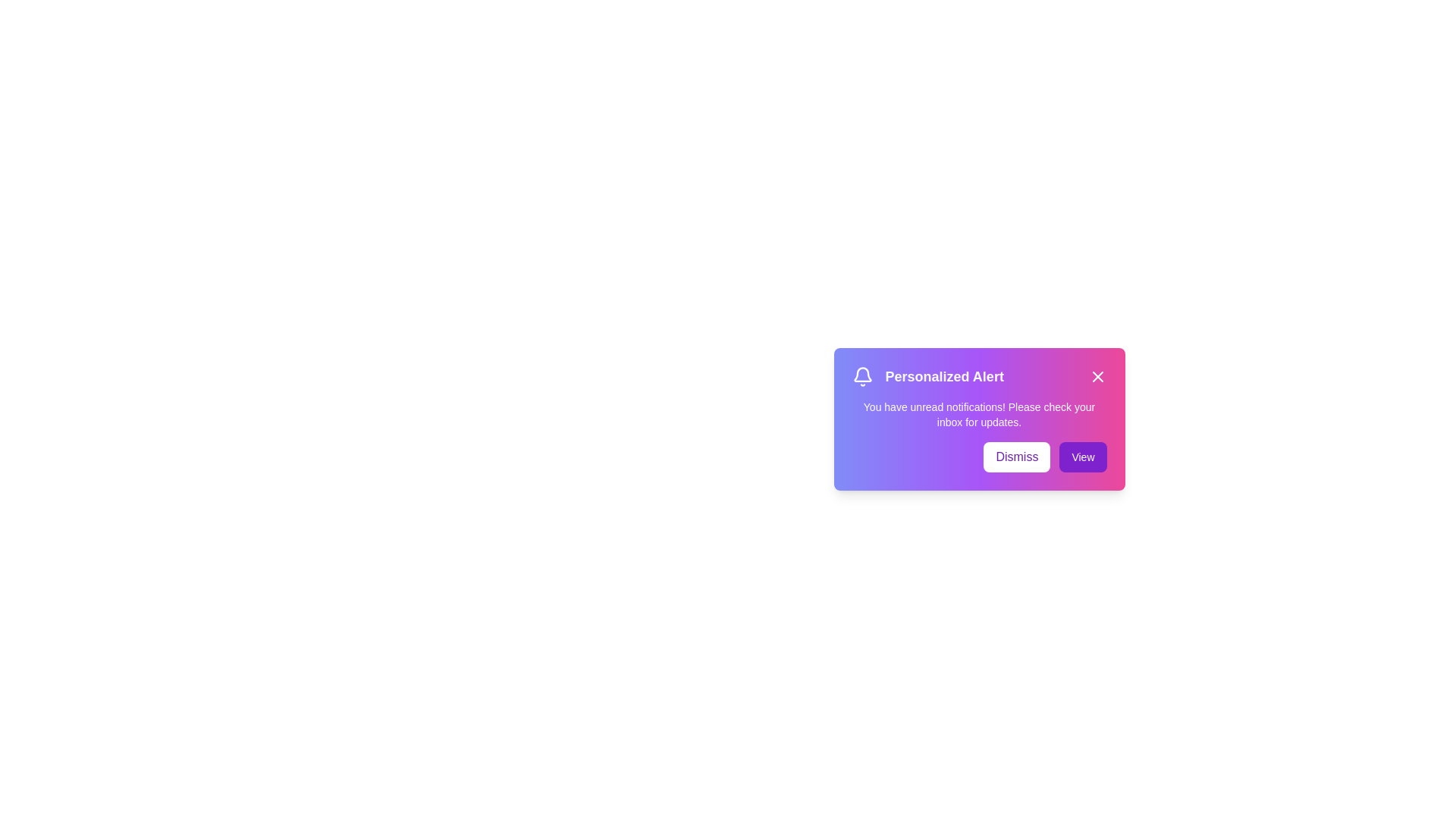 This screenshot has width=1456, height=819. I want to click on the close button to close the notification popup, so click(1097, 376).